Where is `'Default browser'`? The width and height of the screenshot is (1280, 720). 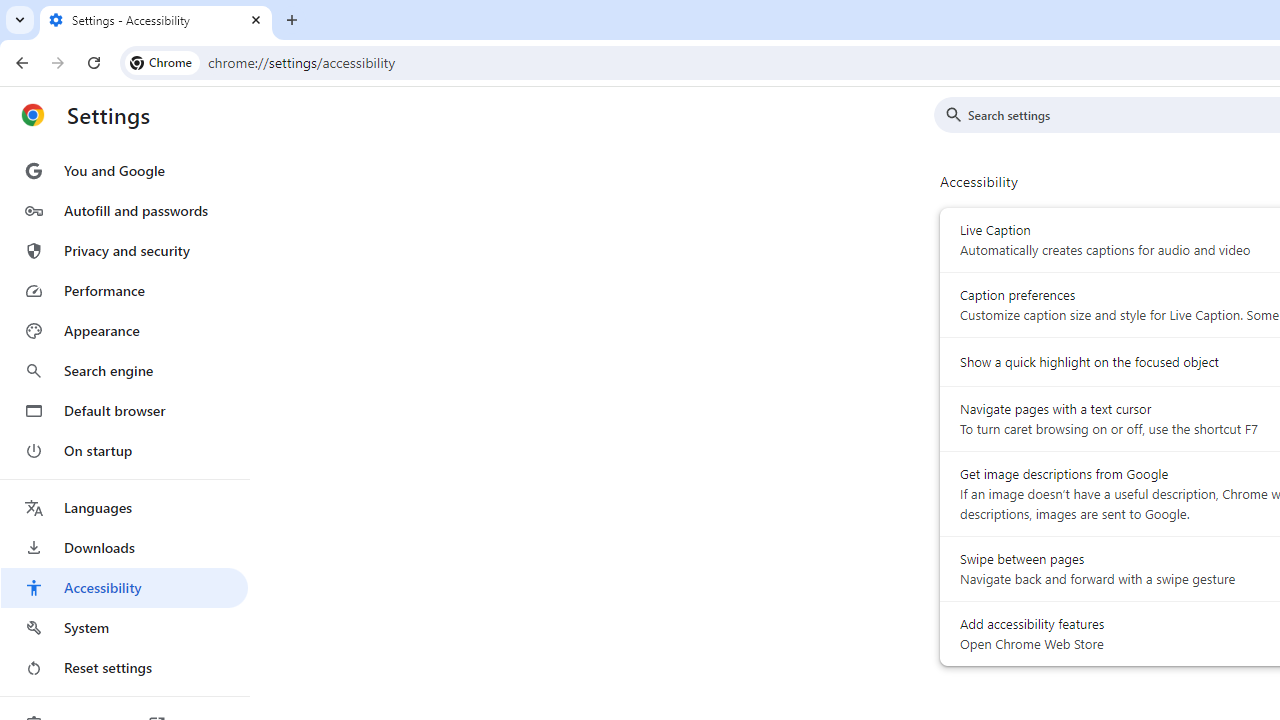 'Default browser' is located at coordinates (123, 410).